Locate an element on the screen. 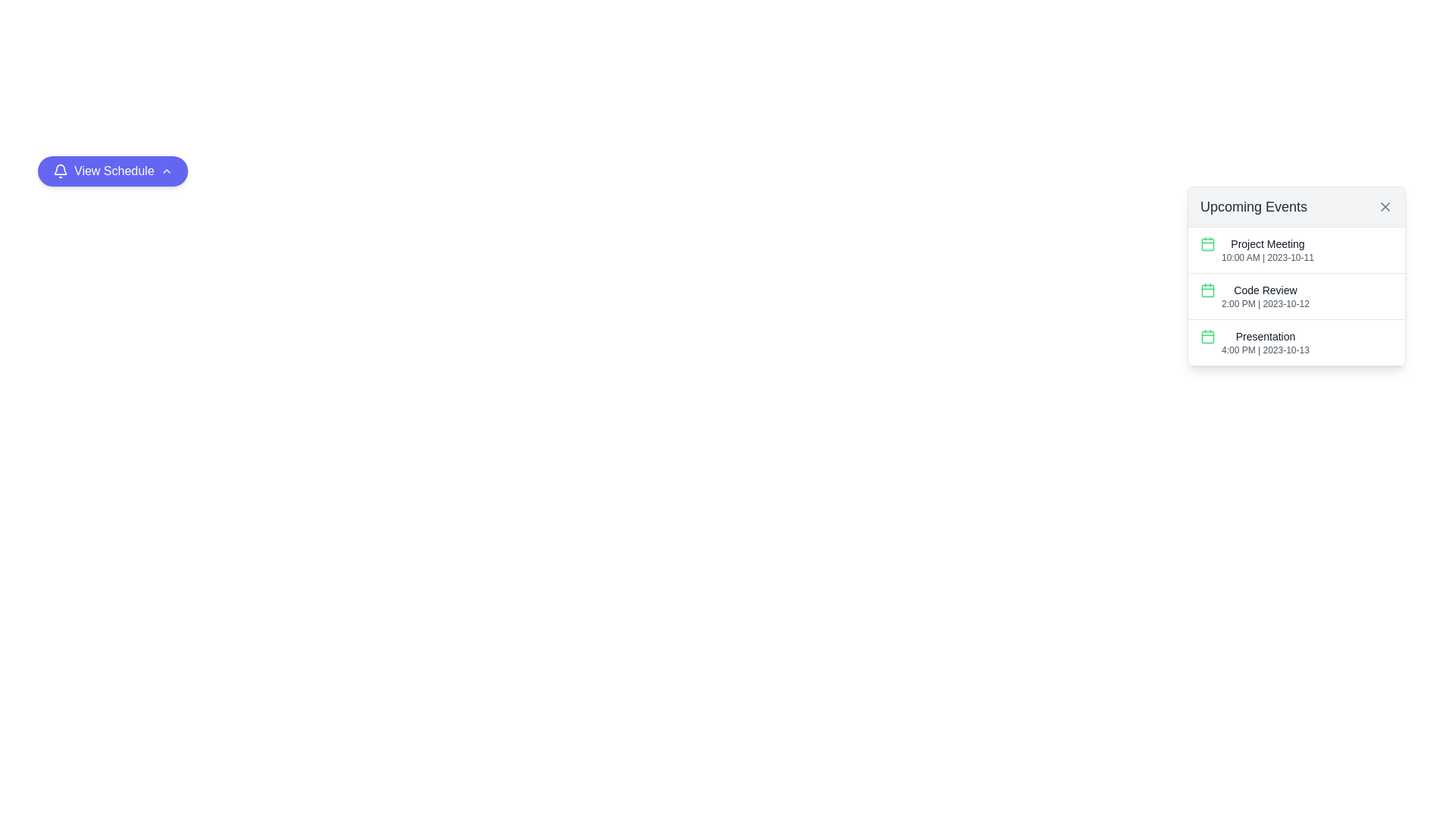 The height and width of the screenshot is (819, 1456). the 'Code Review' event item in the Upcoming Events list is located at coordinates (1295, 296).